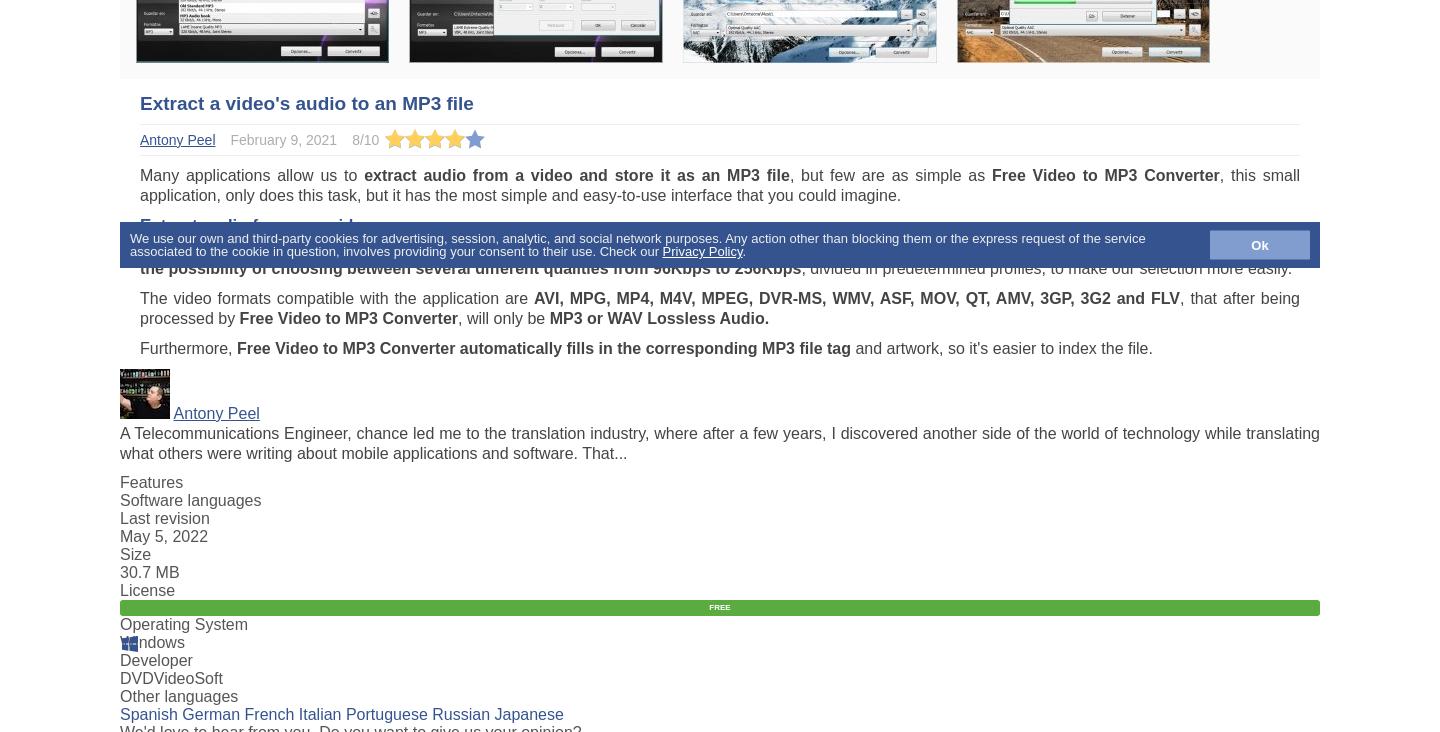 The image size is (1440, 732). What do you see at coordinates (267, 714) in the screenshot?
I see `'French'` at bounding box center [267, 714].